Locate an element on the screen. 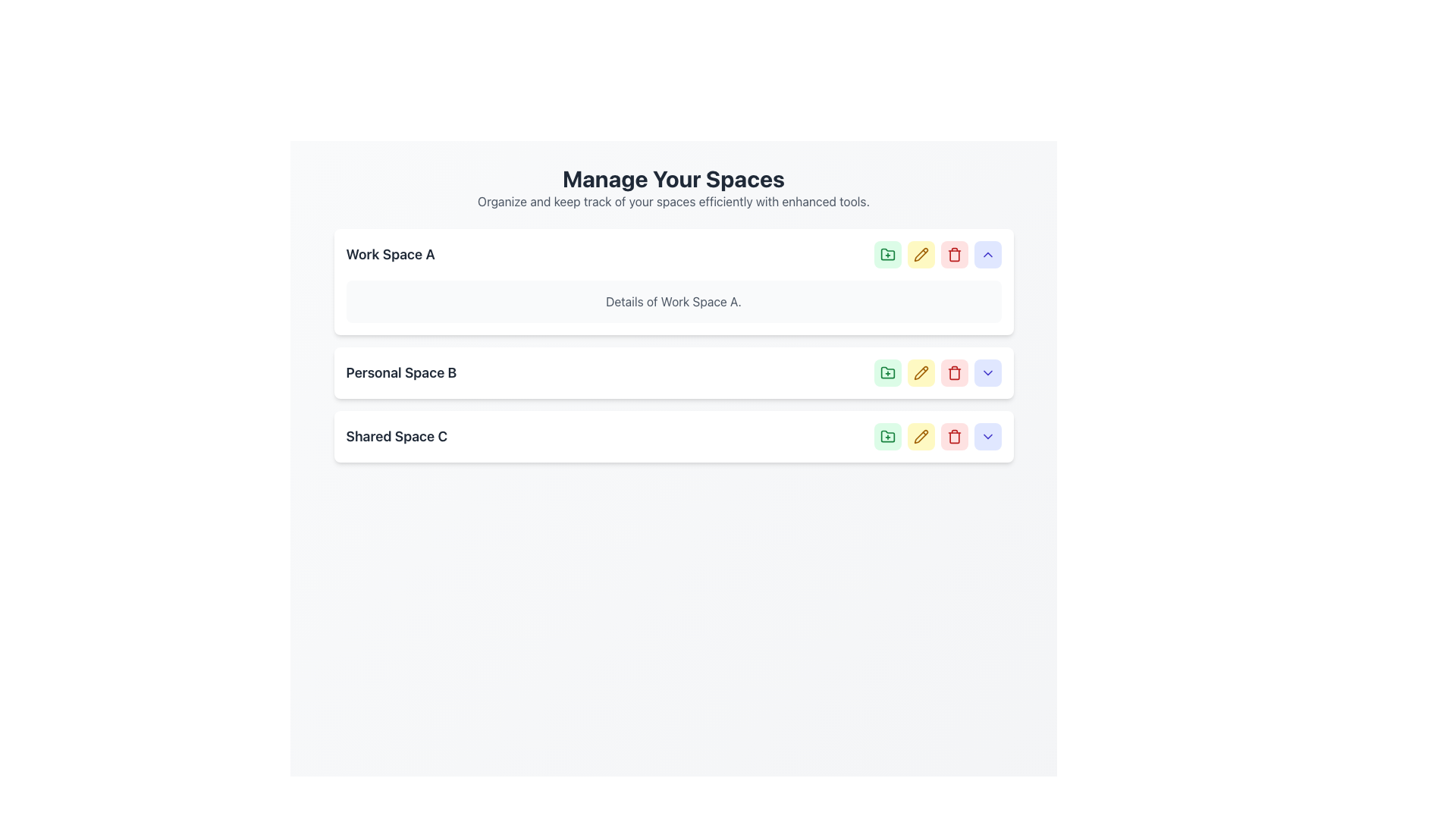  the green-filled icon located in the first row of workspace options is located at coordinates (887, 253).